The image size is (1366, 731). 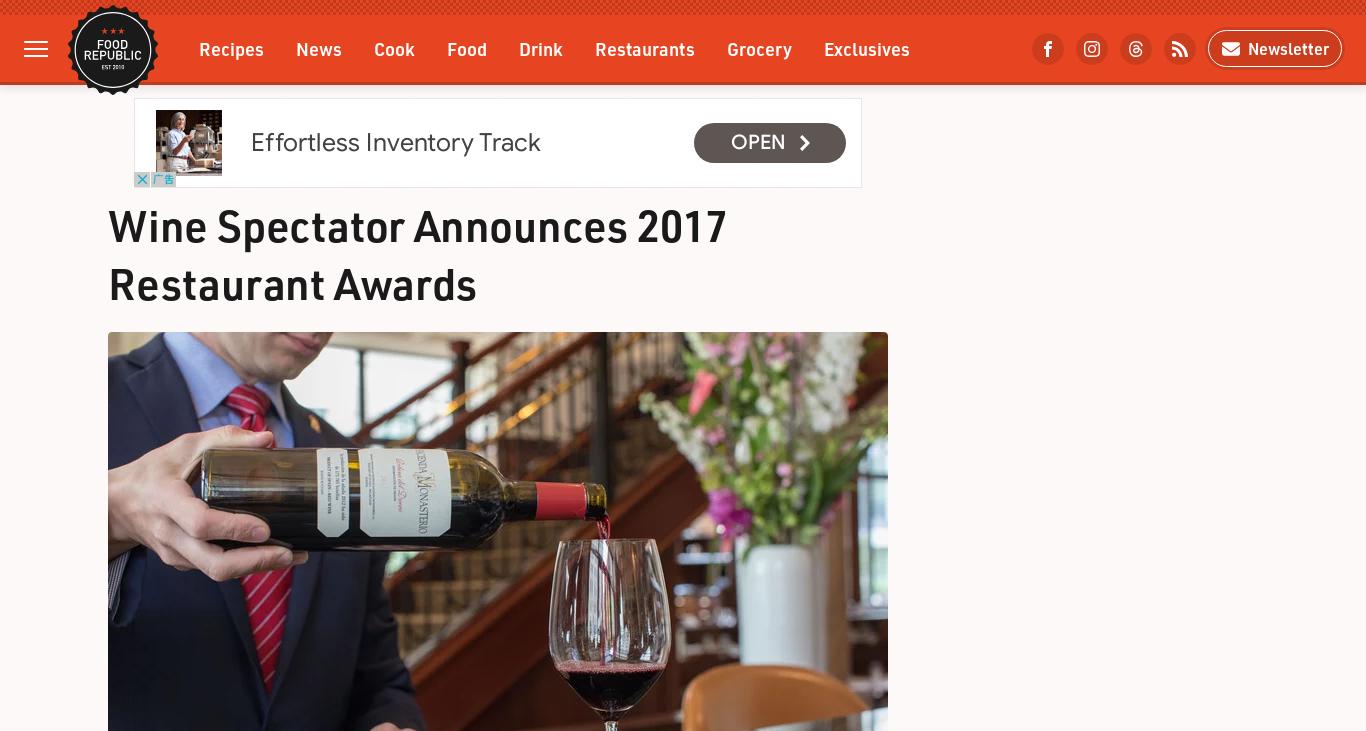 I want to click on 'Newsletter', so click(x=1244, y=46).